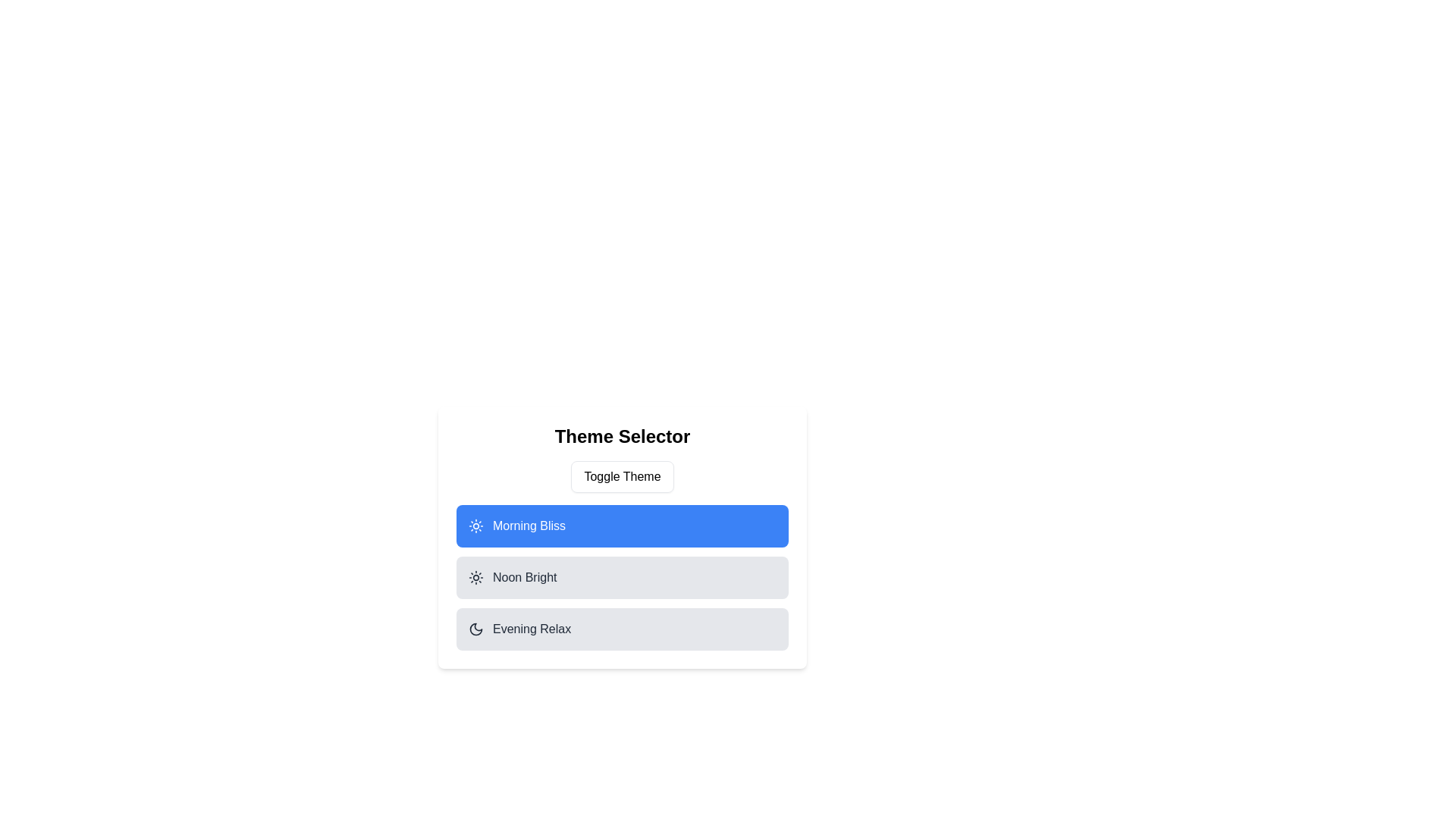  I want to click on the item Noon Bright from the list, so click(622, 578).